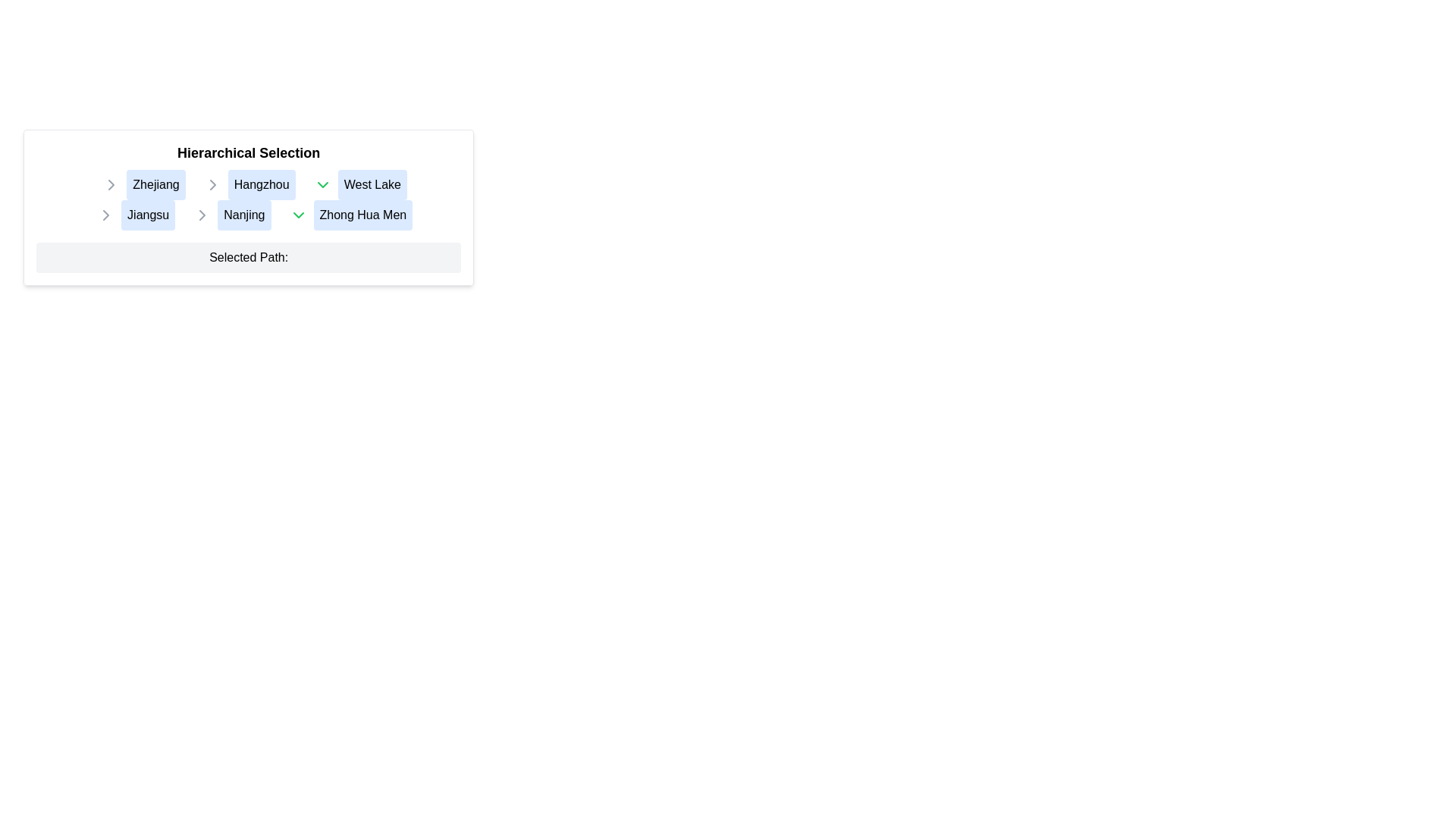 The height and width of the screenshot is (819, 1456). I want to click on the chevron icon pointing right, located to the left of the text 'Zhejiang', so click(212, 184).